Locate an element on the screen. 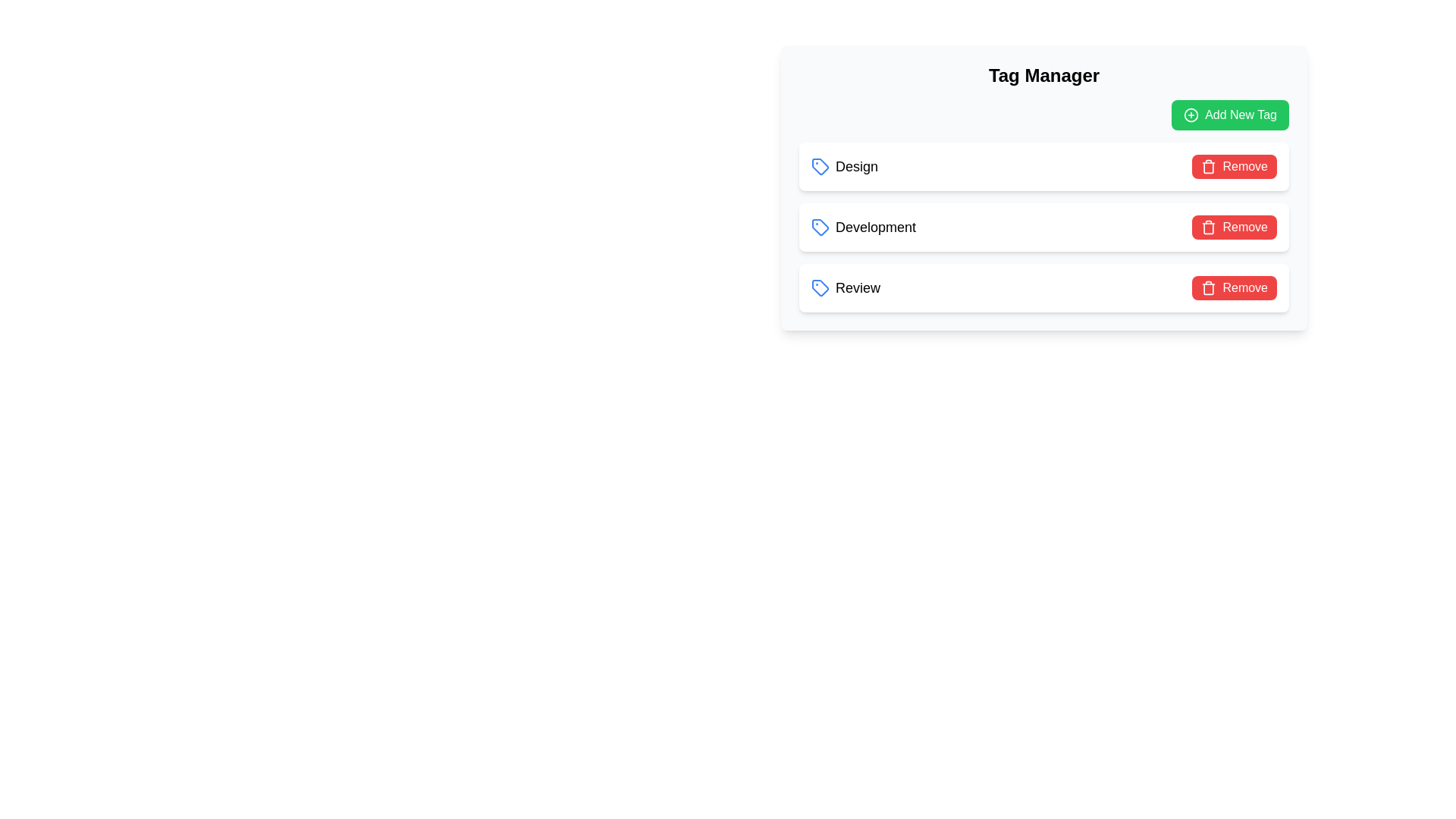 Image resolution: width=1456 pixels, height=819 pixels. the 'Review' label, which is a medium-sized bold text positioned on the right side of a blue-colored tag icon, located in the third row under the 'Tag Manager' header is located at coordinates (858, 288).